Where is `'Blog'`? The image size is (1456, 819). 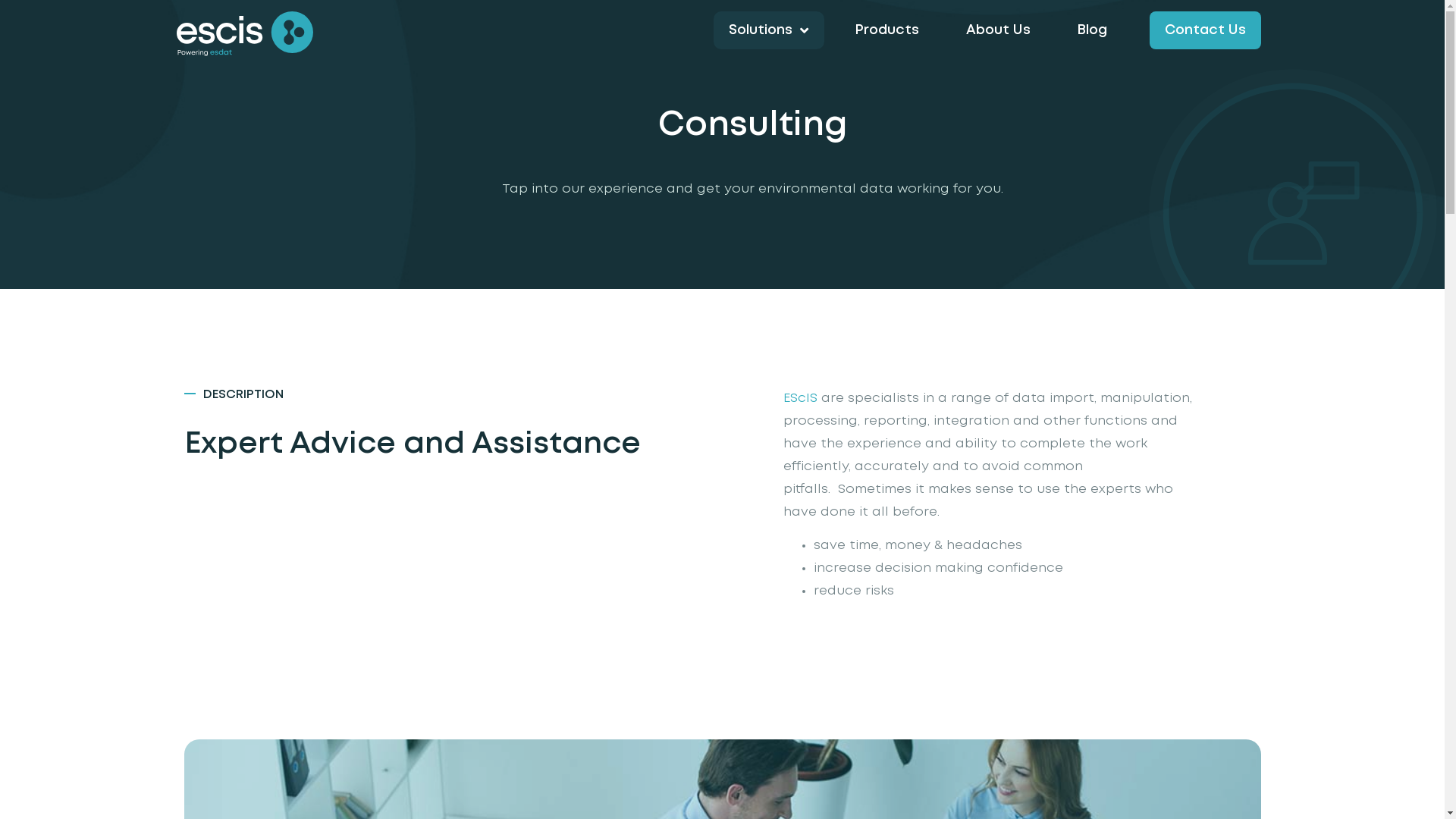
'Blog' is located at coordinates (1090, 30).